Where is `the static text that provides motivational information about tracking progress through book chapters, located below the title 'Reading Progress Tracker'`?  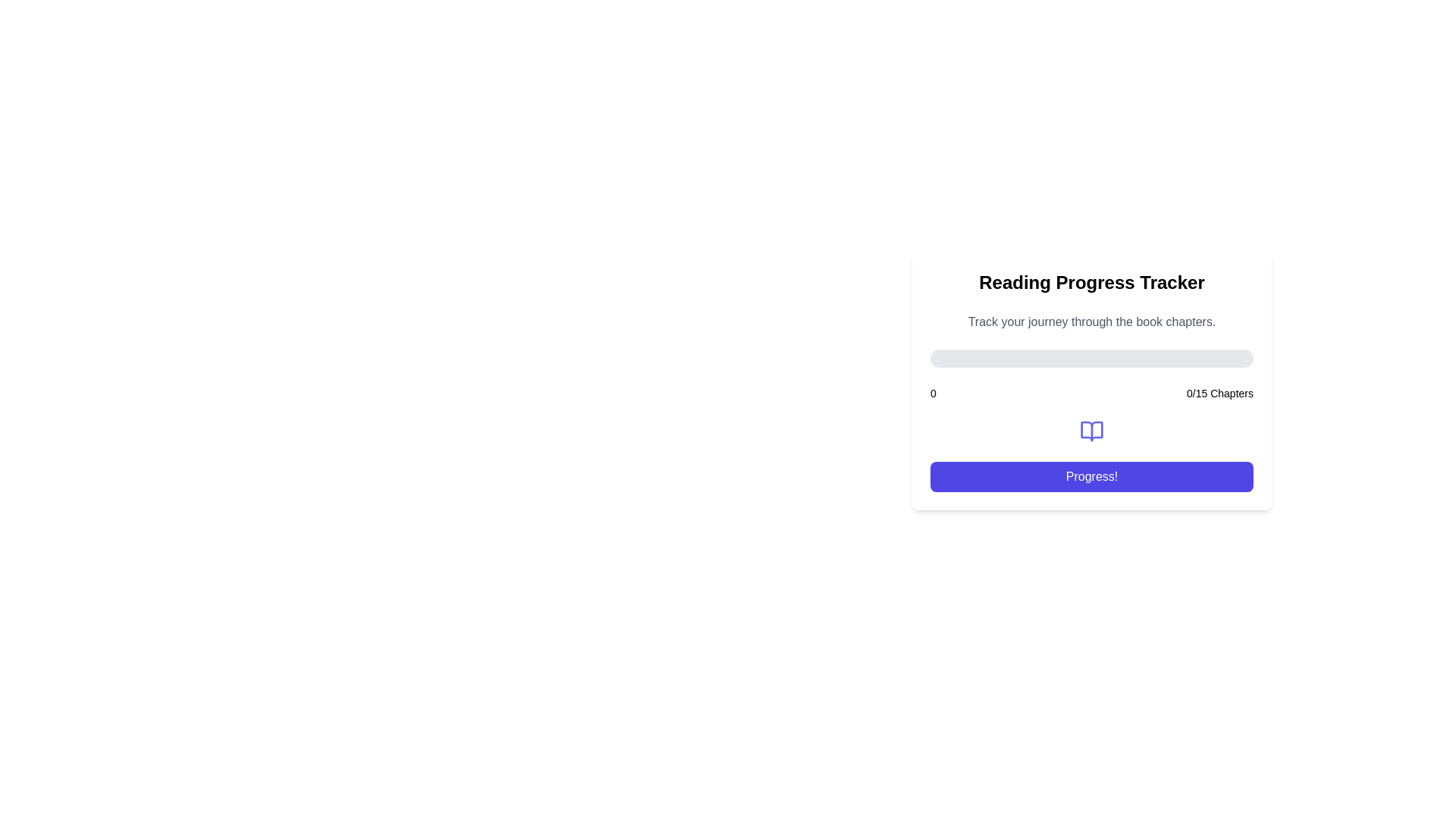
the static text that provides motivational information about tracking progress through book chapters, located below the title 'Reading Progress Tracker' is located at coordinates (1092, 321).